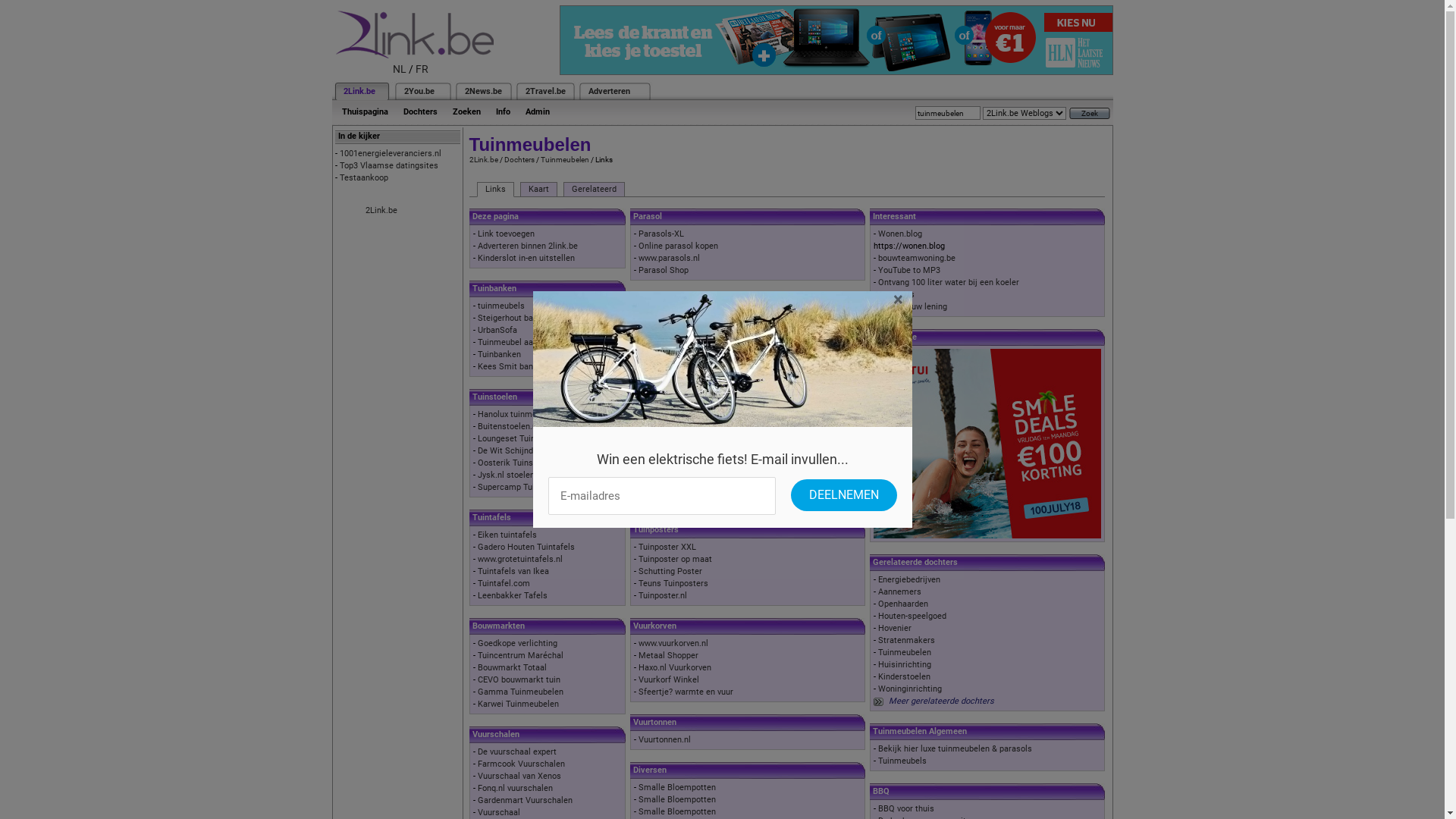  Describe the element at coordinates (592, 189) in the screenshot. I see `'Gerelateerd'` at that location.